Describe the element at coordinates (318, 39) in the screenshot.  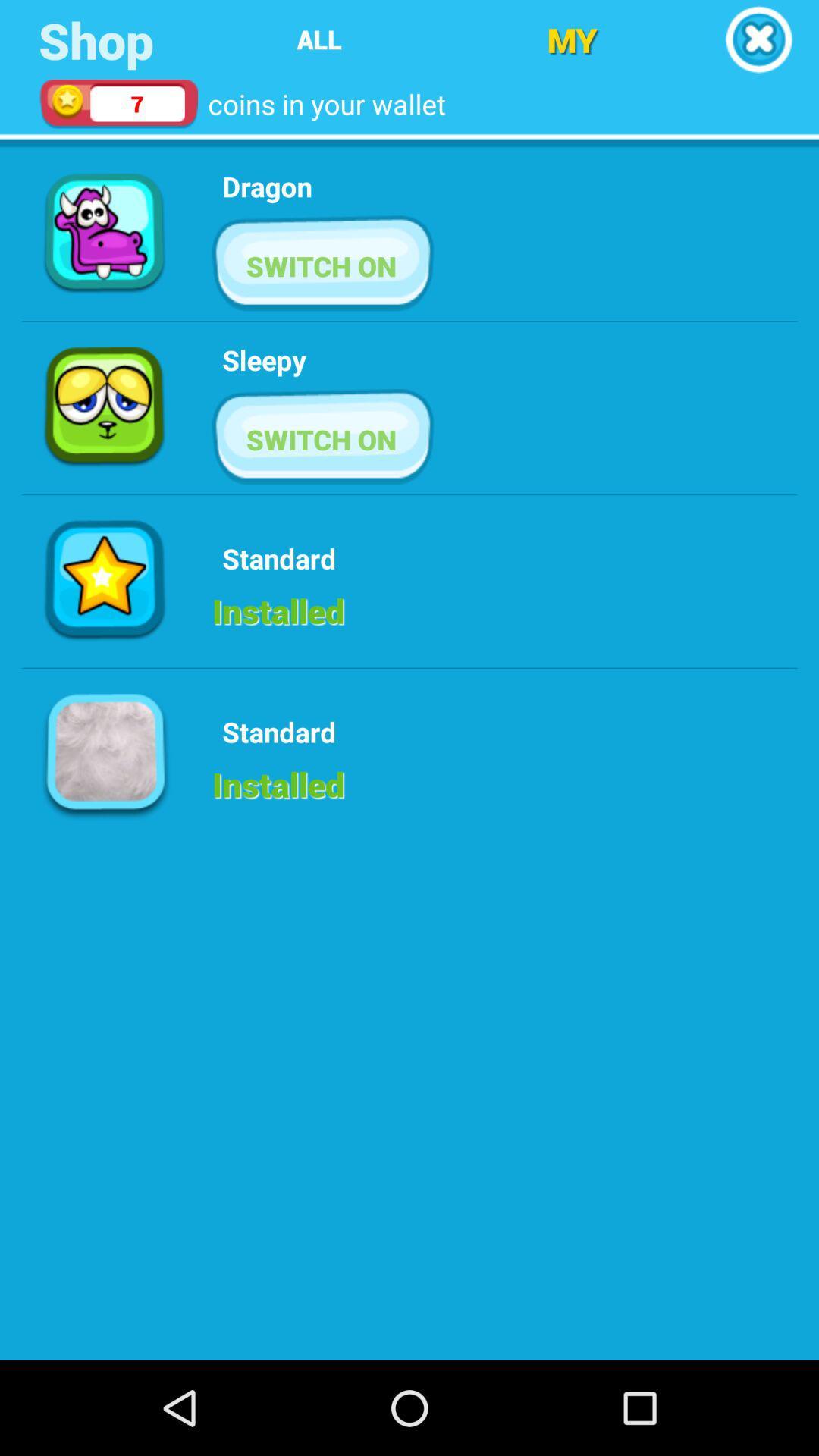
I see `the icon above coins in your icon` at that location.